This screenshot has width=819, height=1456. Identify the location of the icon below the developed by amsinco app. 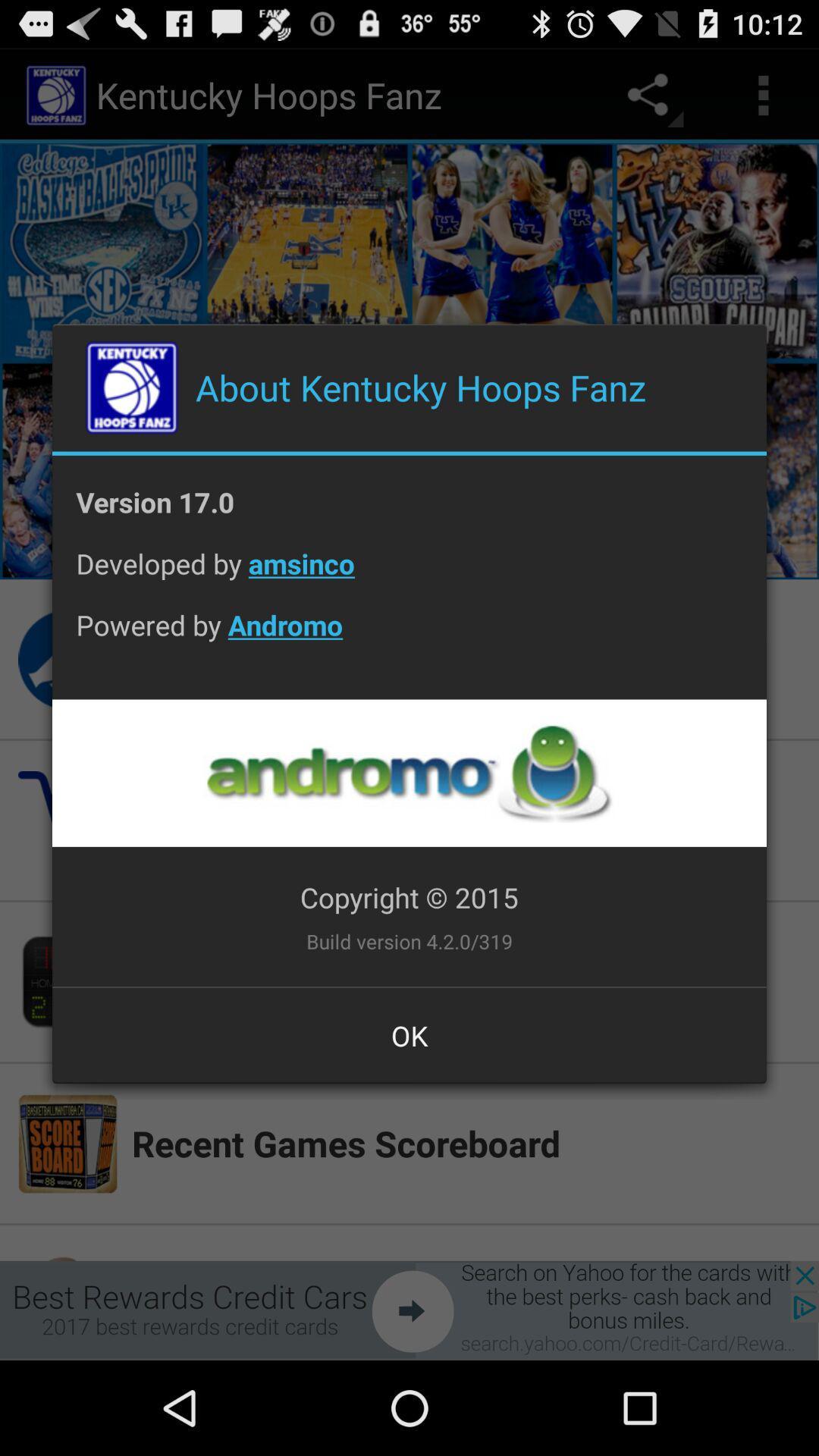
(409, 637).